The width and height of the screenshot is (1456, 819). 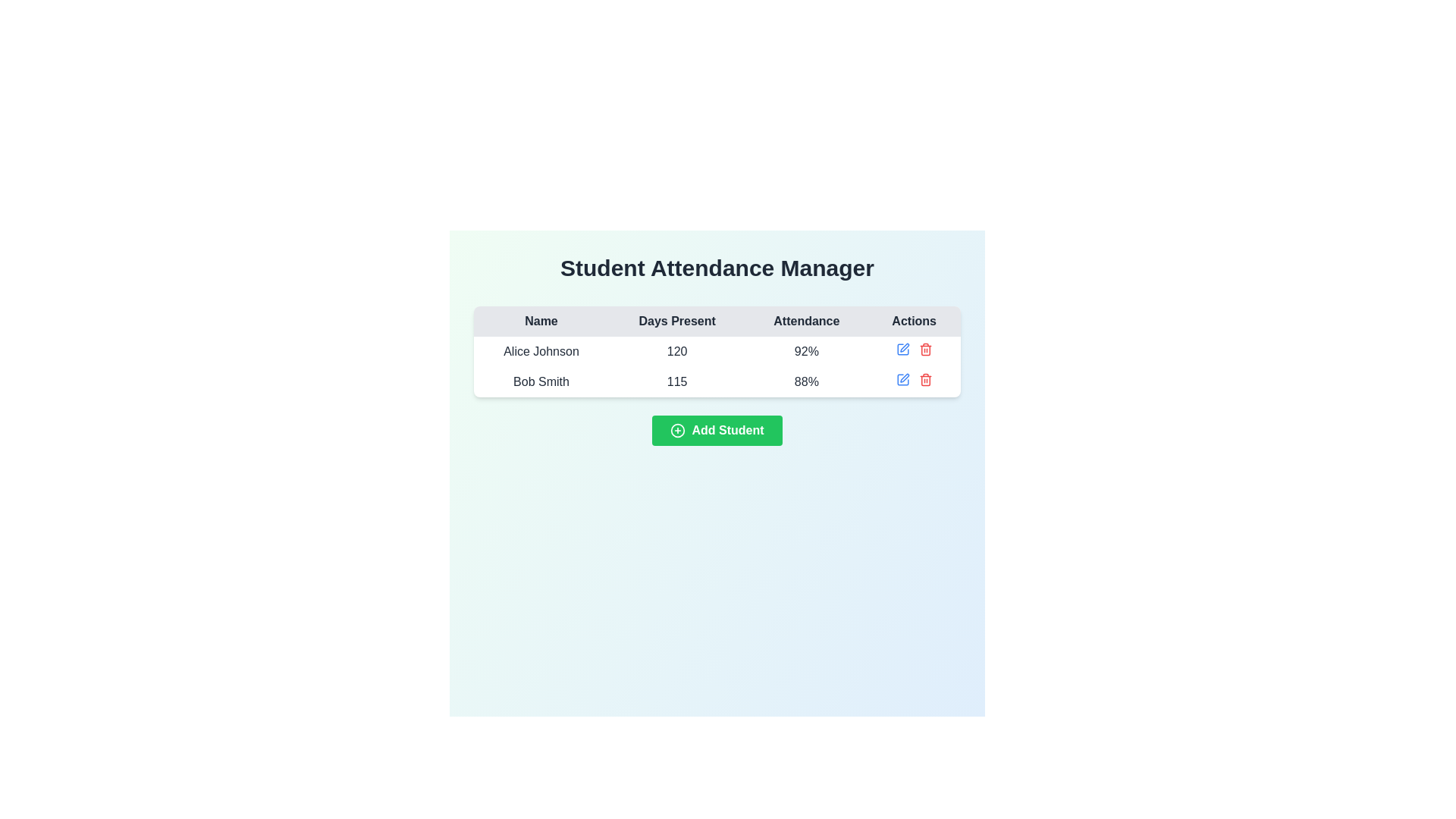 I want to click on the icon representing the action to add a new student, which has a plus sign and is located to the left of the 'Add Student' text within the button, so click(x=677, y=430).